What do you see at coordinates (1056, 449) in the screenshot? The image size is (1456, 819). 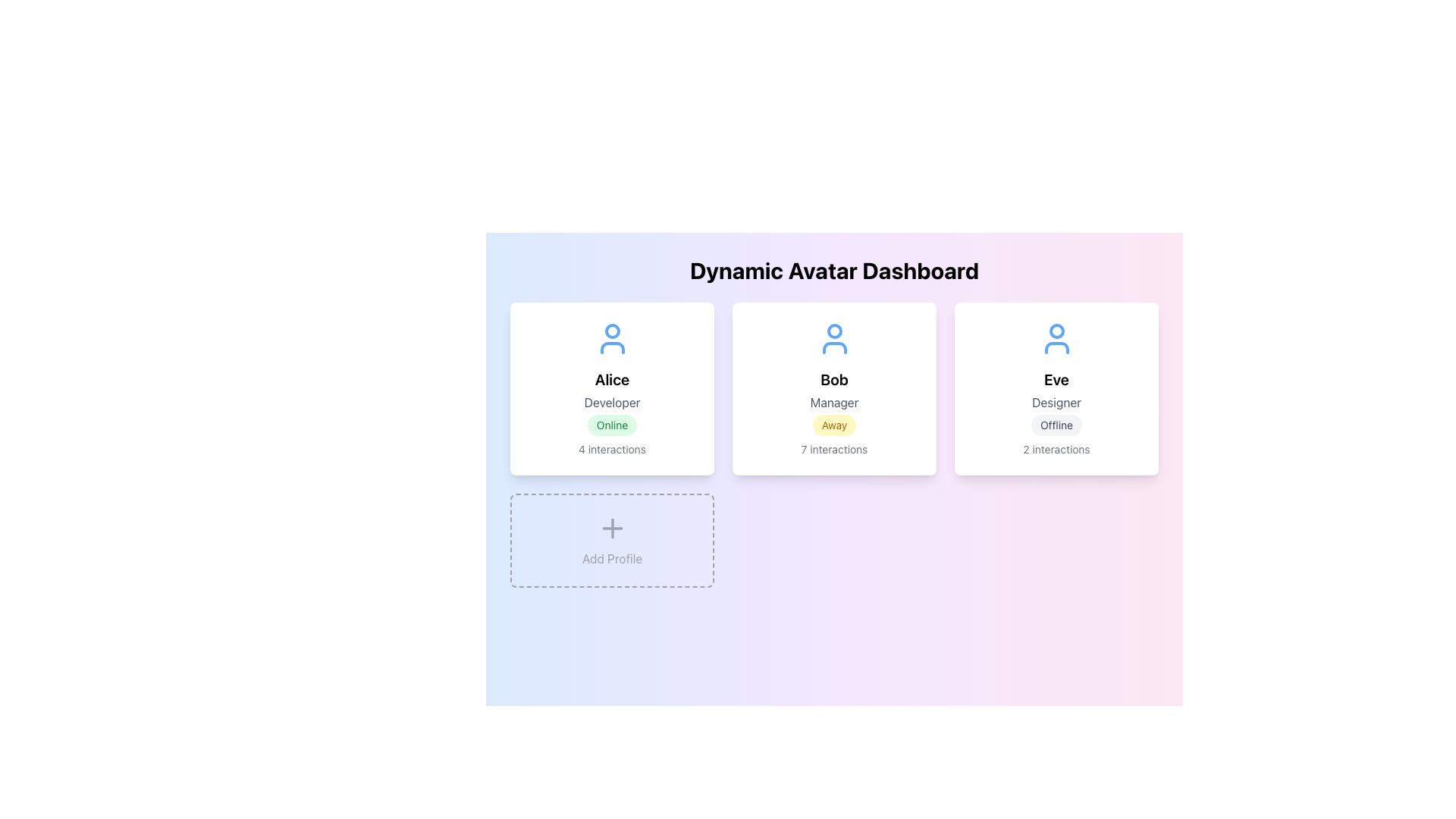 I see `text from the informational Text Label located at the bottom of Eve's profile card, which summarizes interactions related to her profile` at bounding box center [1056, 449].